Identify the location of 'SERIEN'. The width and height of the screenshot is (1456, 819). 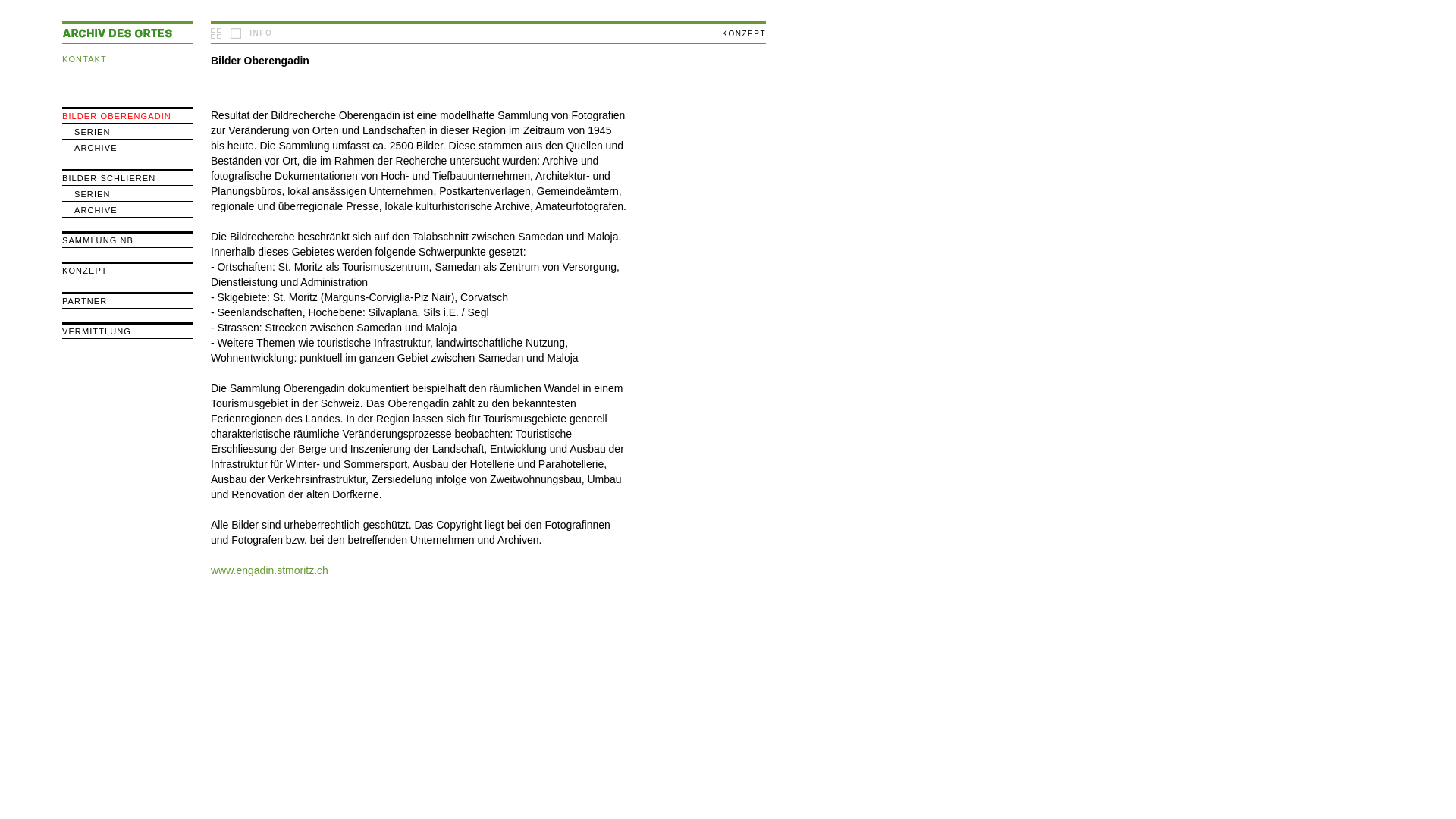
(91, 130).